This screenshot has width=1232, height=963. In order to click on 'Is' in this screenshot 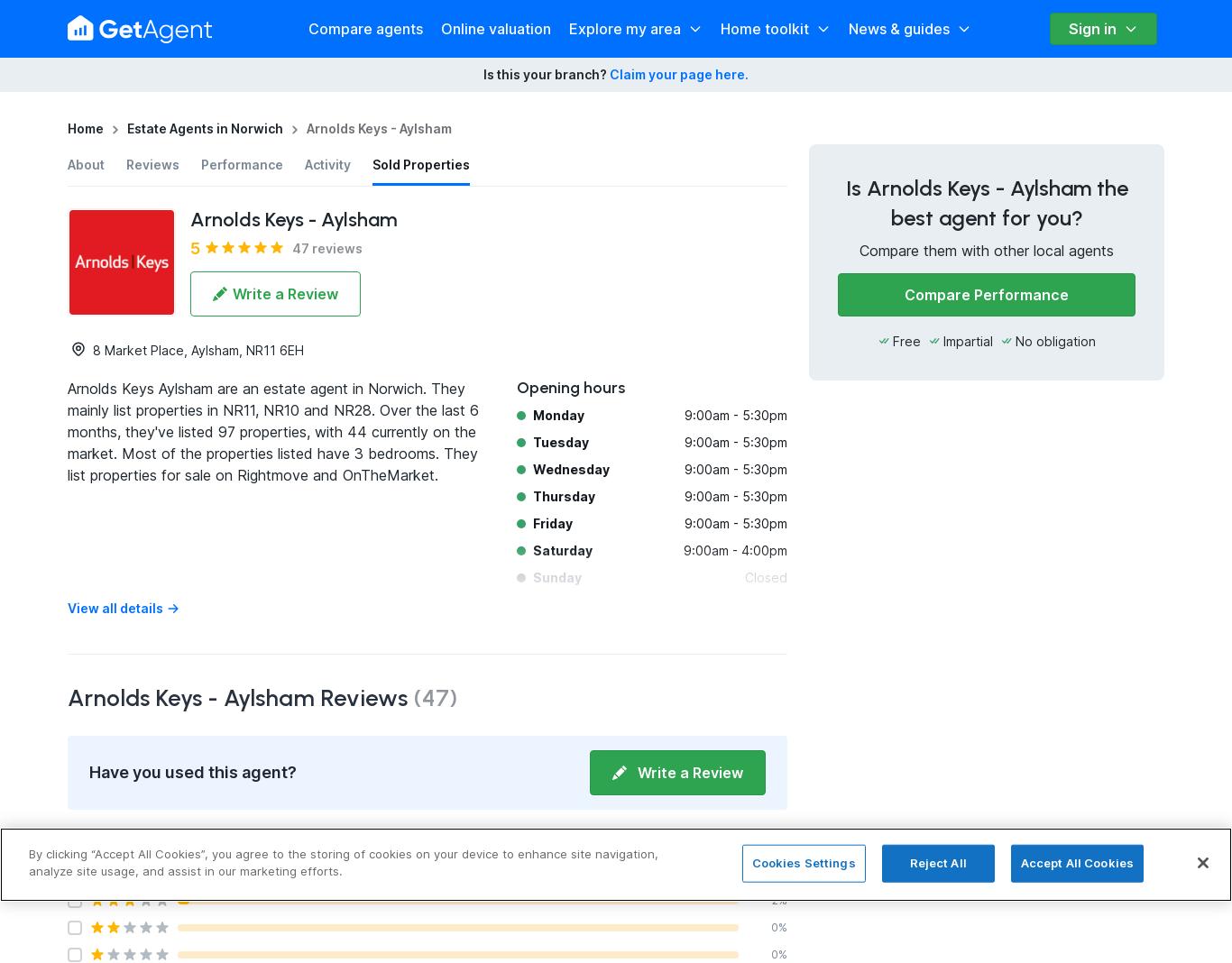, I will do `click(852, 188)`.